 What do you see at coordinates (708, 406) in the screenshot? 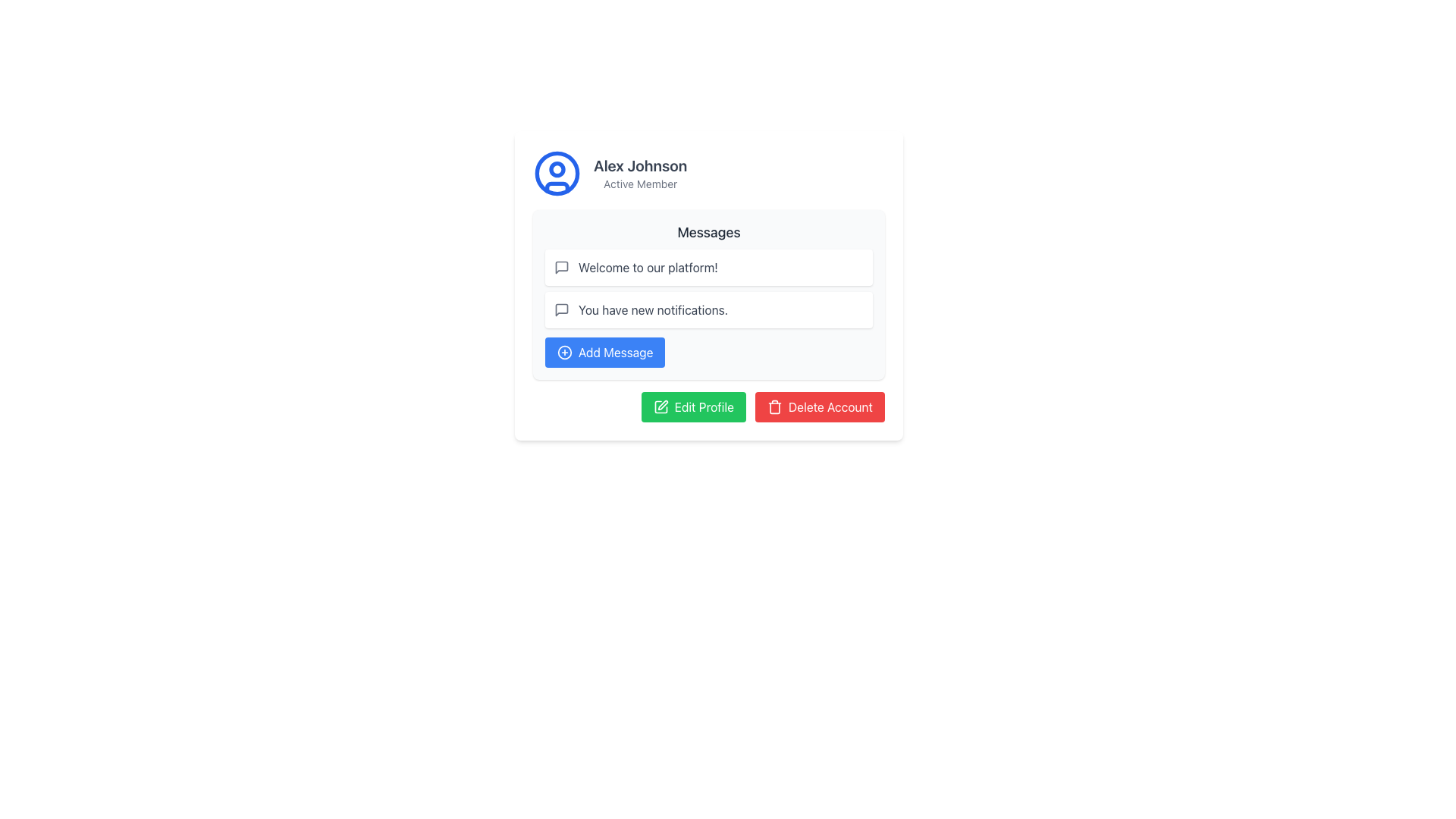
I see `the green 'Edit Profile' button with rounded corners and a pen icon to observe changes in its style indicating interactivity` at bounding box center [708, 406].